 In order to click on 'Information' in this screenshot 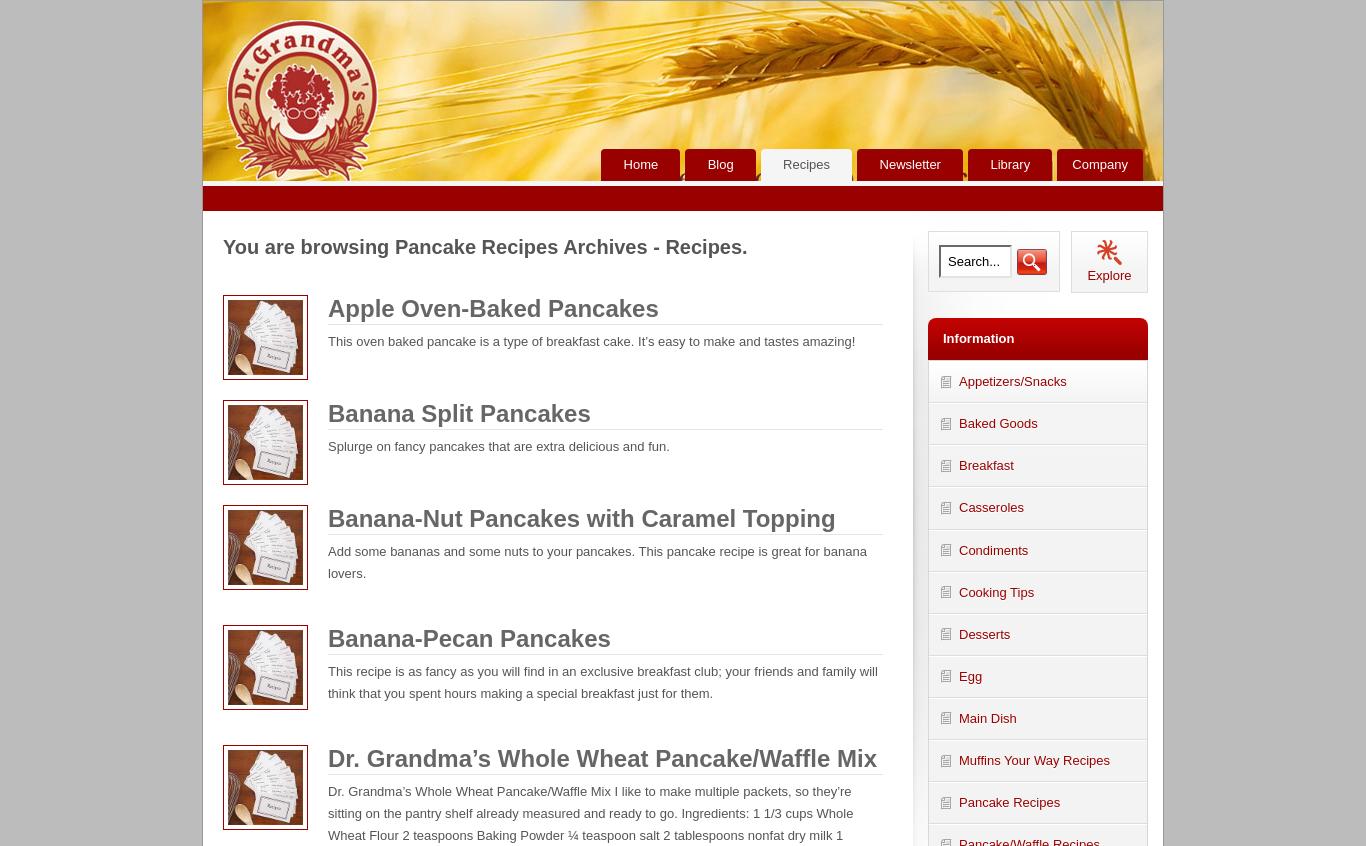, I will do `click(978, 337)`.